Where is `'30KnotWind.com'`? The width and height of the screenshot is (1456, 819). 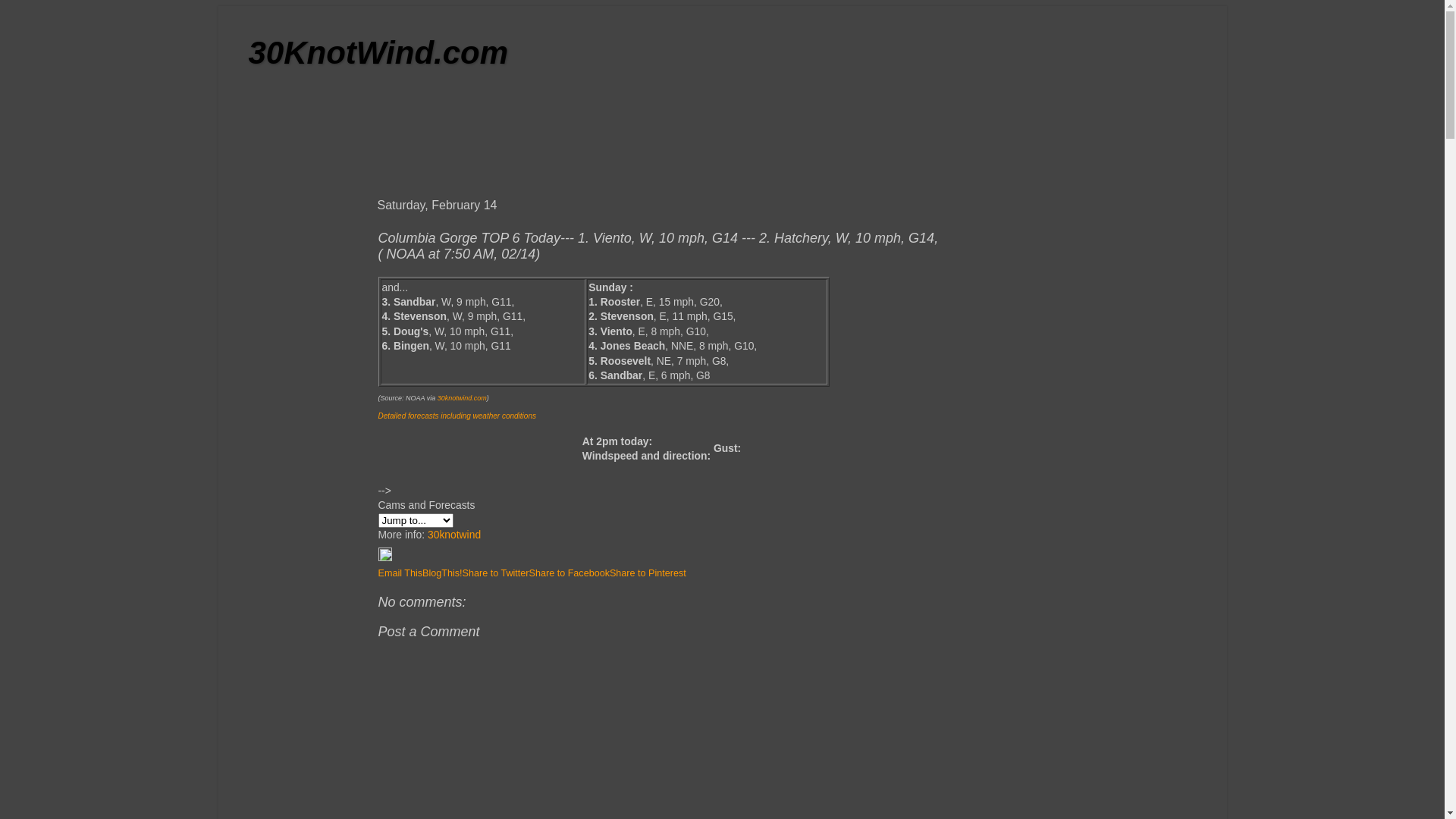 '30KnotWind.com' is located at coordinates (378, 52).